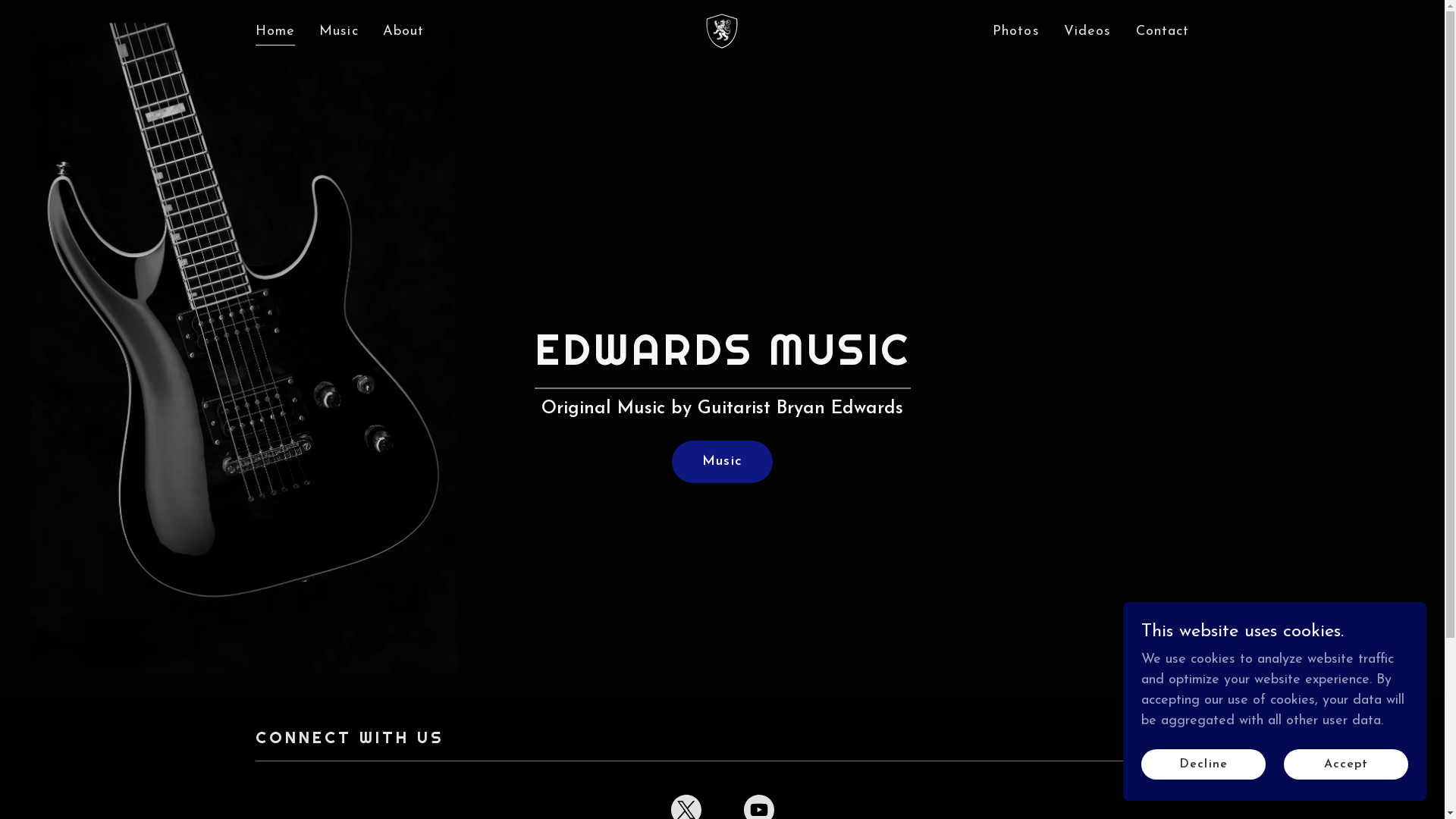 This screenshot has height=819, width=1456. Describe the element at coordinates (1346, 764) in the screenshot. I see `'Accept'` at that location.